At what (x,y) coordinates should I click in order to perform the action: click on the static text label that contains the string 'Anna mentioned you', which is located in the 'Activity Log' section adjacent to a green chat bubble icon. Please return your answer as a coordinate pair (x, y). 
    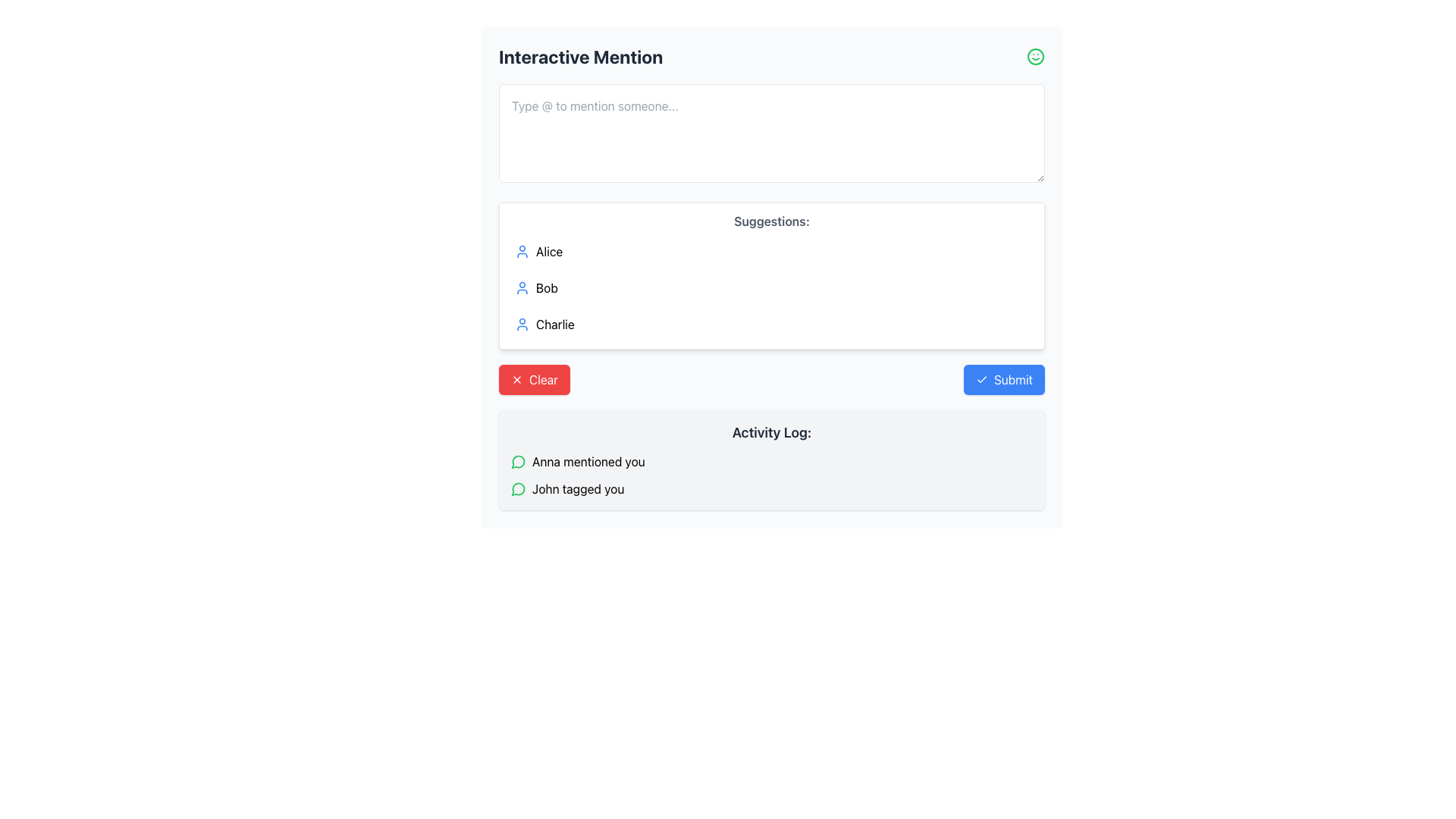
    Looking at the image, I should click on (588, 461).